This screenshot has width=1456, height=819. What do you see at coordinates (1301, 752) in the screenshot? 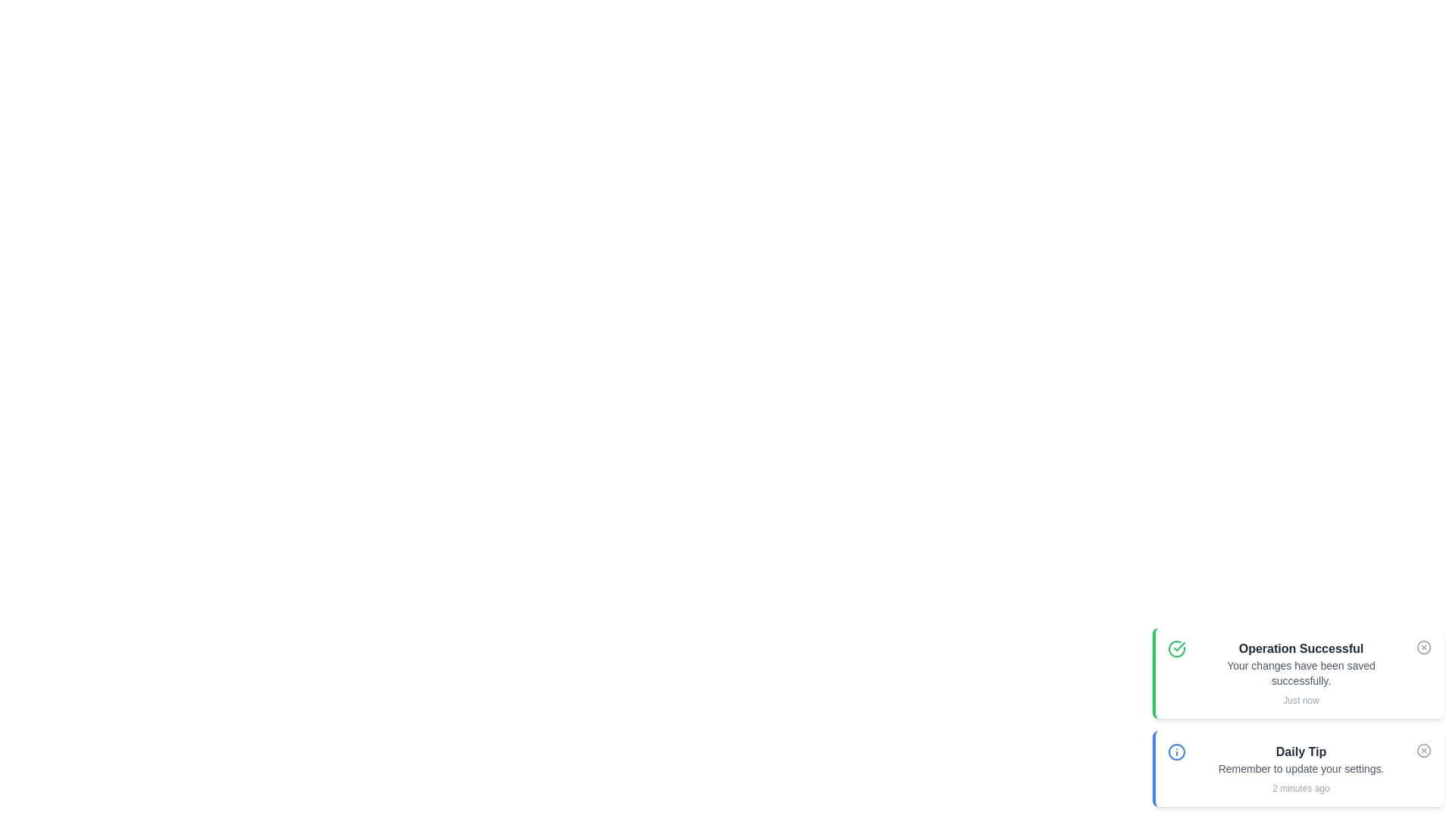
I see `the 'Daily Tip' text label, which is a bold, dark-gray font element positioned at the top of the notification card titled 'Operation Successful'` at bounding box center [1301, 752].